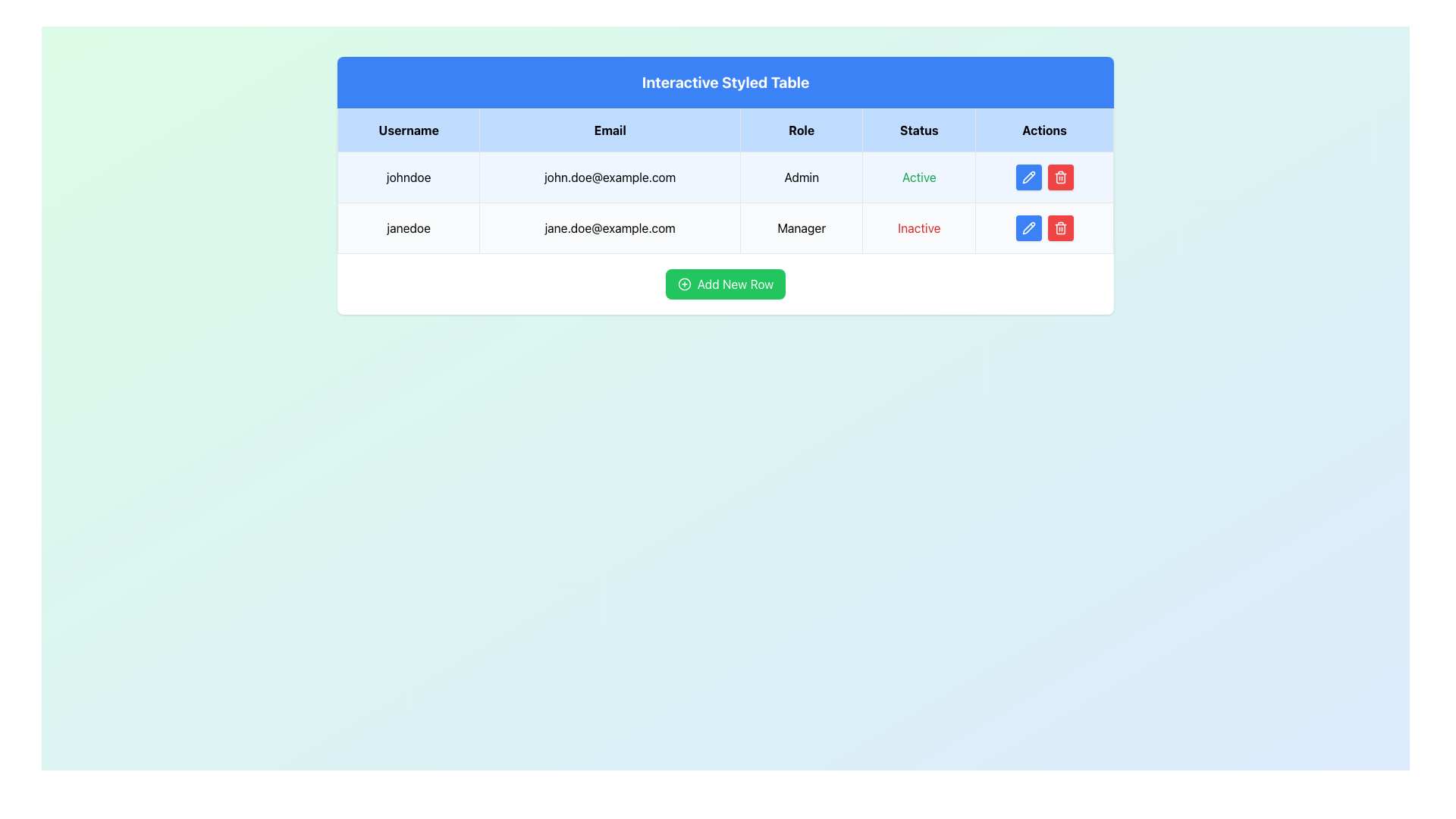 The image size is (1456, 819). Describe the element at coordinates (409, 130) in the screenshot. I see `the 'Username' text header in the table, which is the first column header styled with a blue background and bold text` at that location.